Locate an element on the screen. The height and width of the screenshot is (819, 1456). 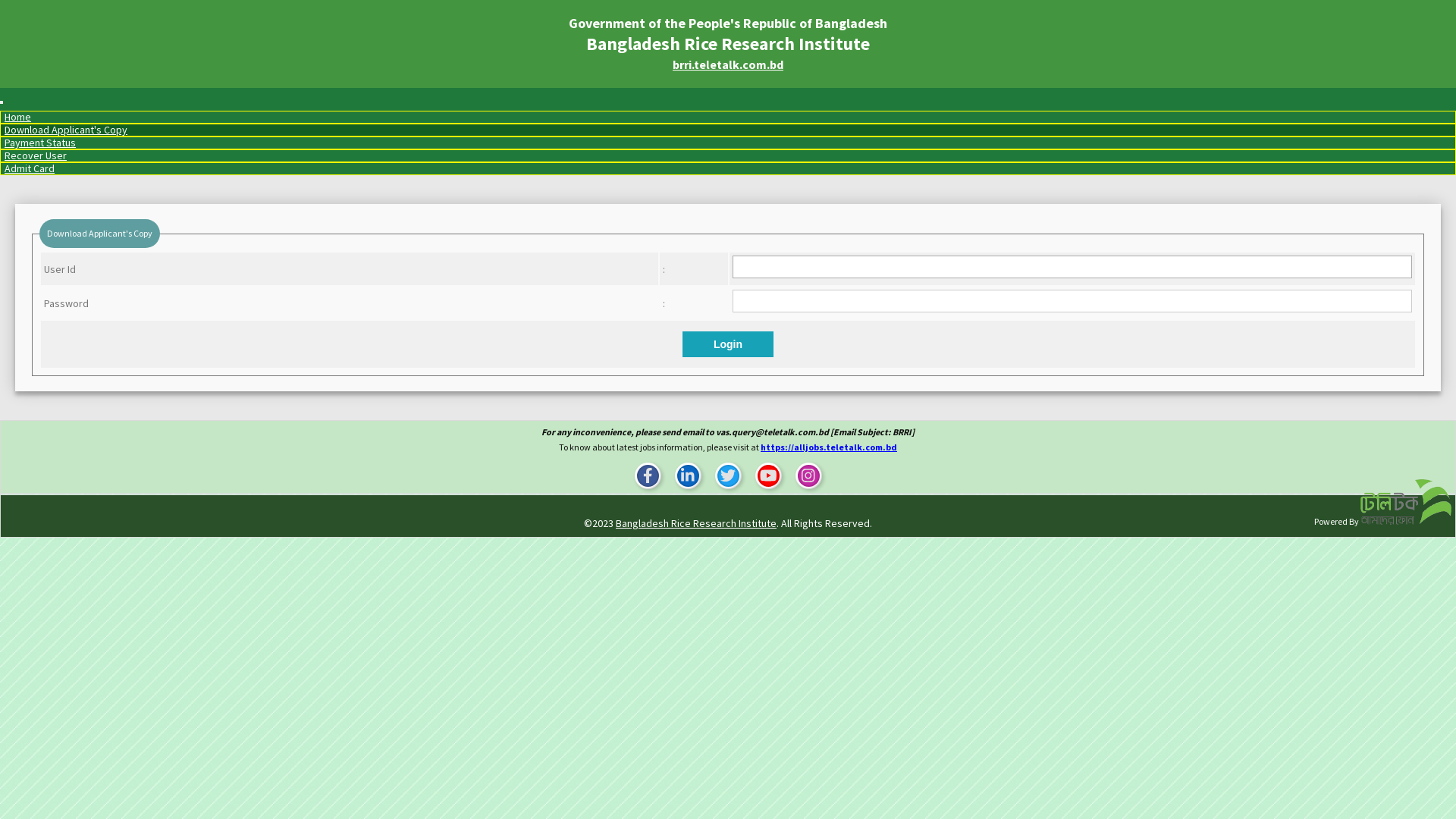
'Admit Card' is located at coordinates (29, 168).